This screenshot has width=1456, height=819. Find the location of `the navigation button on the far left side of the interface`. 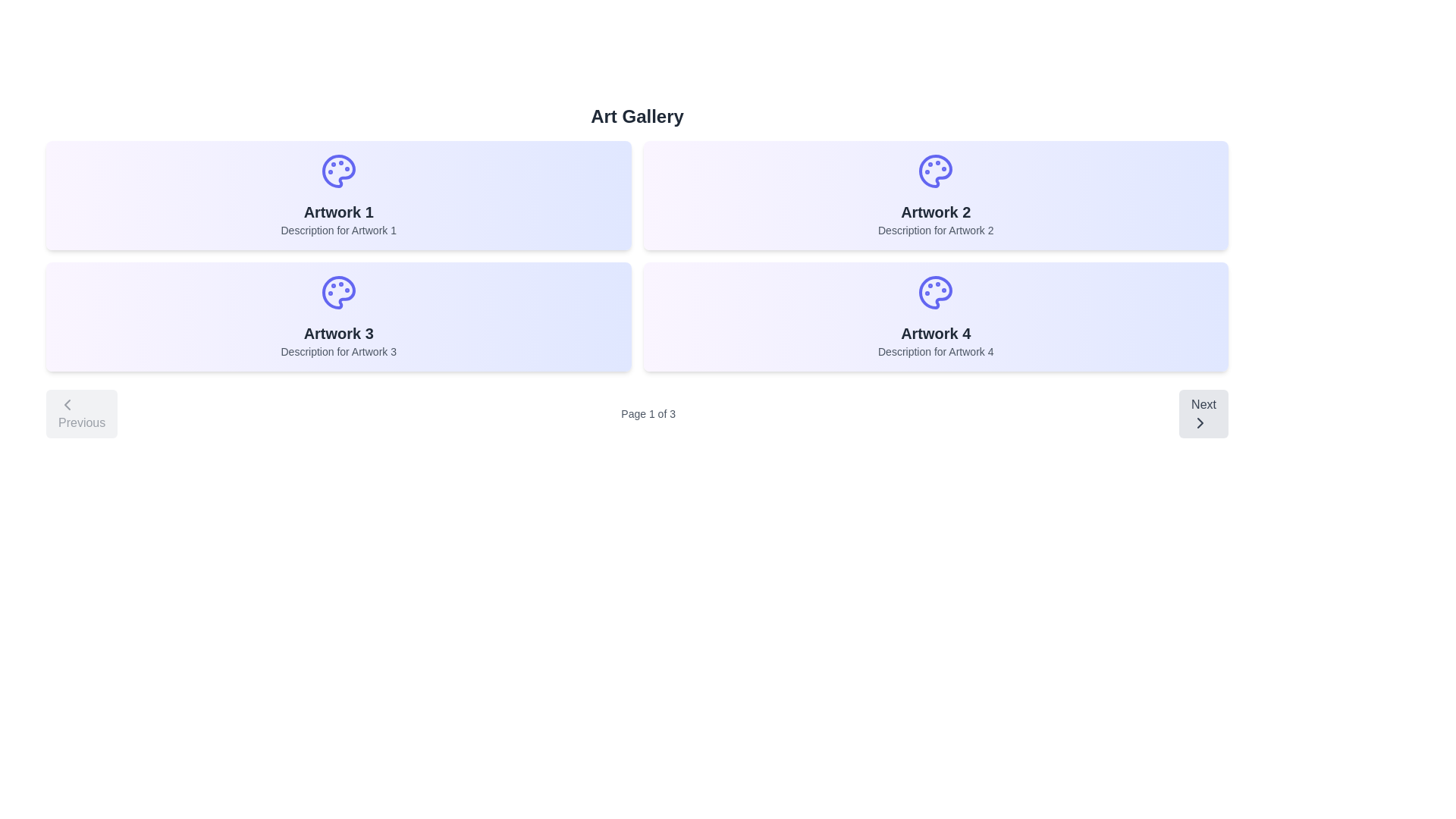

the navigation button on the far left side of the interface is located at coordinates (81, 414).